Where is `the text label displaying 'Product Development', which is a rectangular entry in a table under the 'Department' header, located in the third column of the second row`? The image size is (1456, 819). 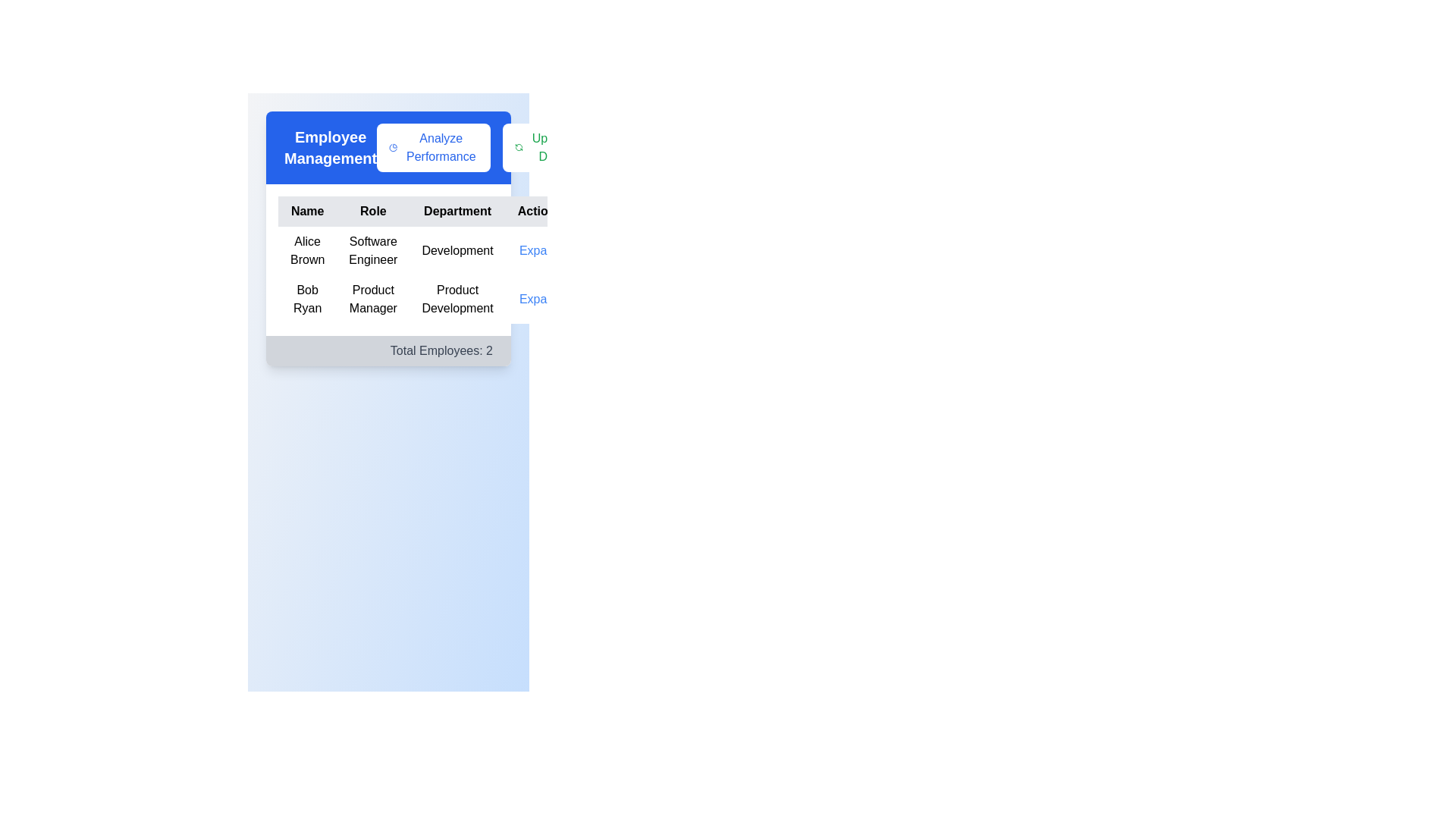 the text label displaying 'Product Development', which is a rectangular entry in a table under the 'Department' header, located in the third column of the second row is located at coordinates (457, 299).